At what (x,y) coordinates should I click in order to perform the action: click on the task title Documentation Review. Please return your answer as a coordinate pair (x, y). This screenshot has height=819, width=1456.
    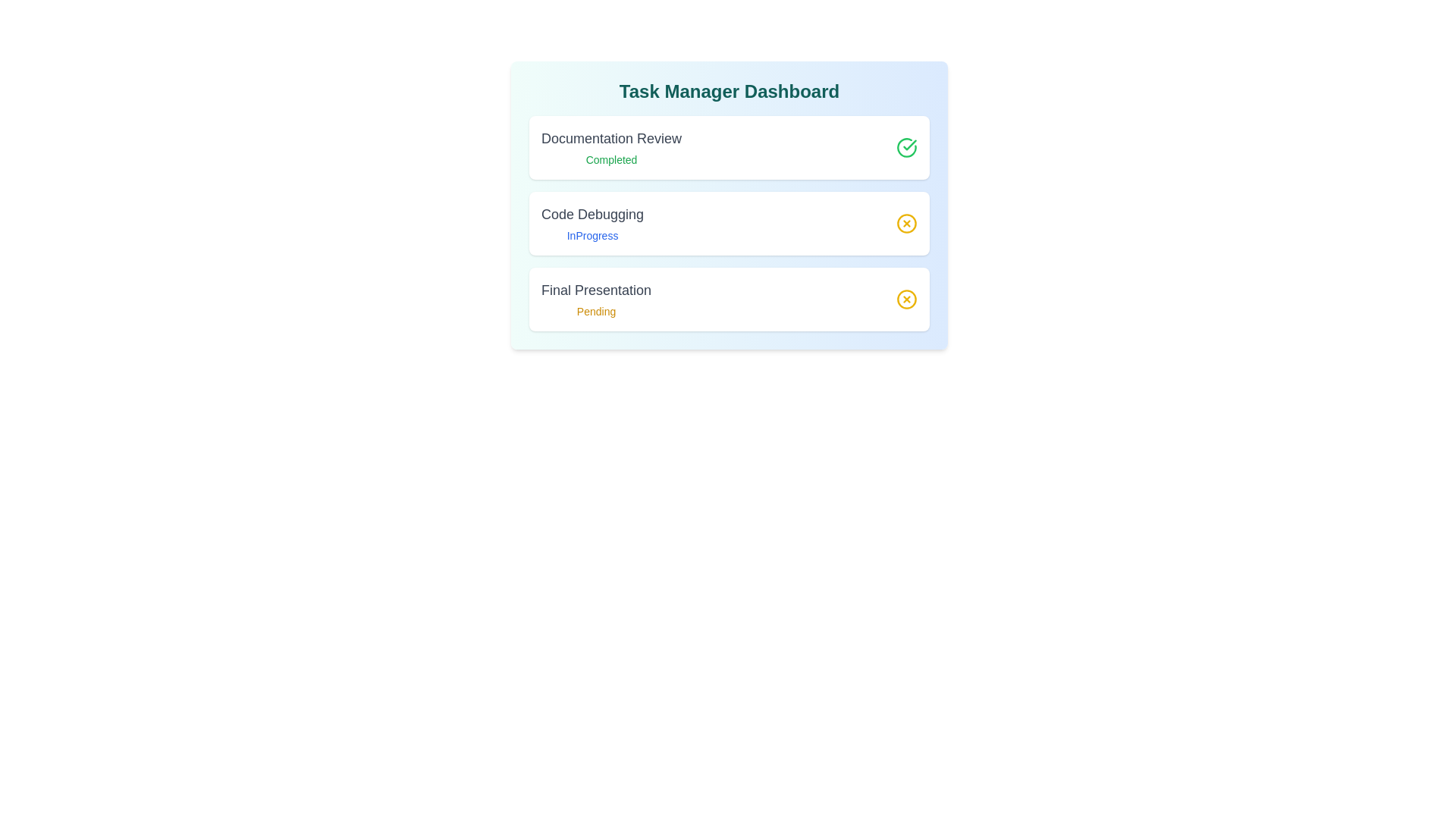
    Looking at the image, I should click on (611, 138).